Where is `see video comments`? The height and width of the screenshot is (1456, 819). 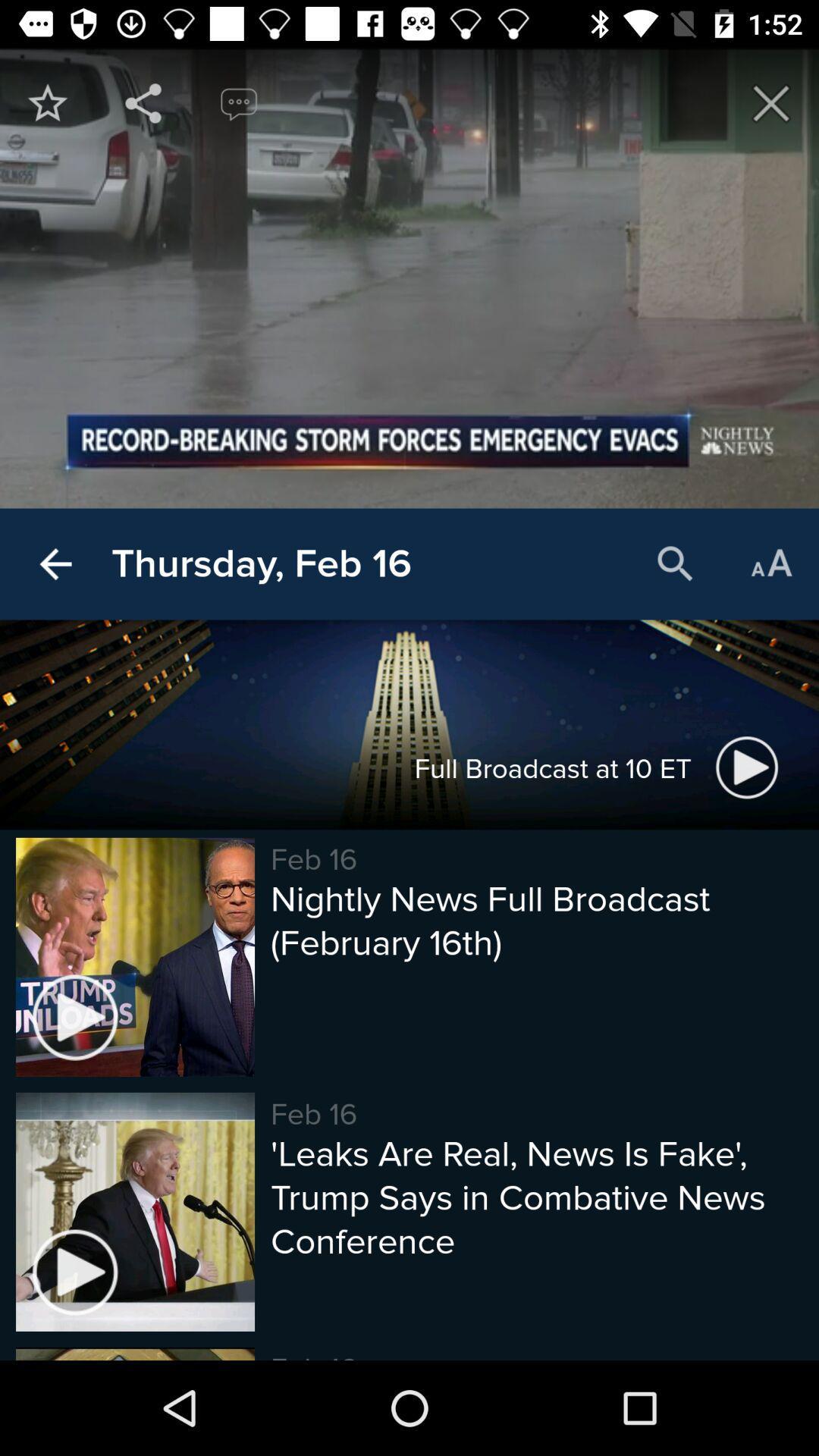
see video comments is located at coordinates (239, 102).